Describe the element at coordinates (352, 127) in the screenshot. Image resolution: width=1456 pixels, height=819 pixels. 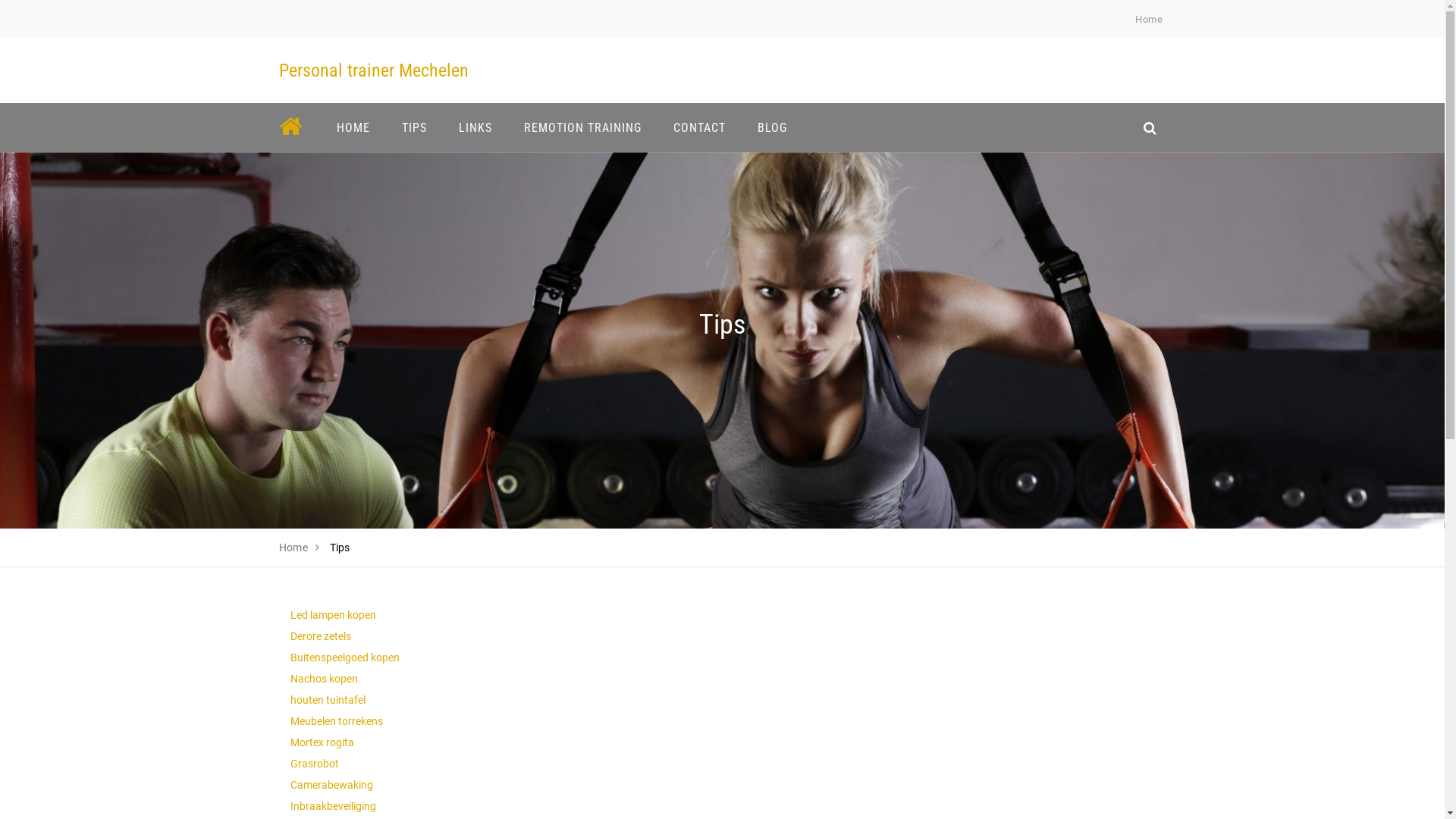
I see `'HOME'` at that location.